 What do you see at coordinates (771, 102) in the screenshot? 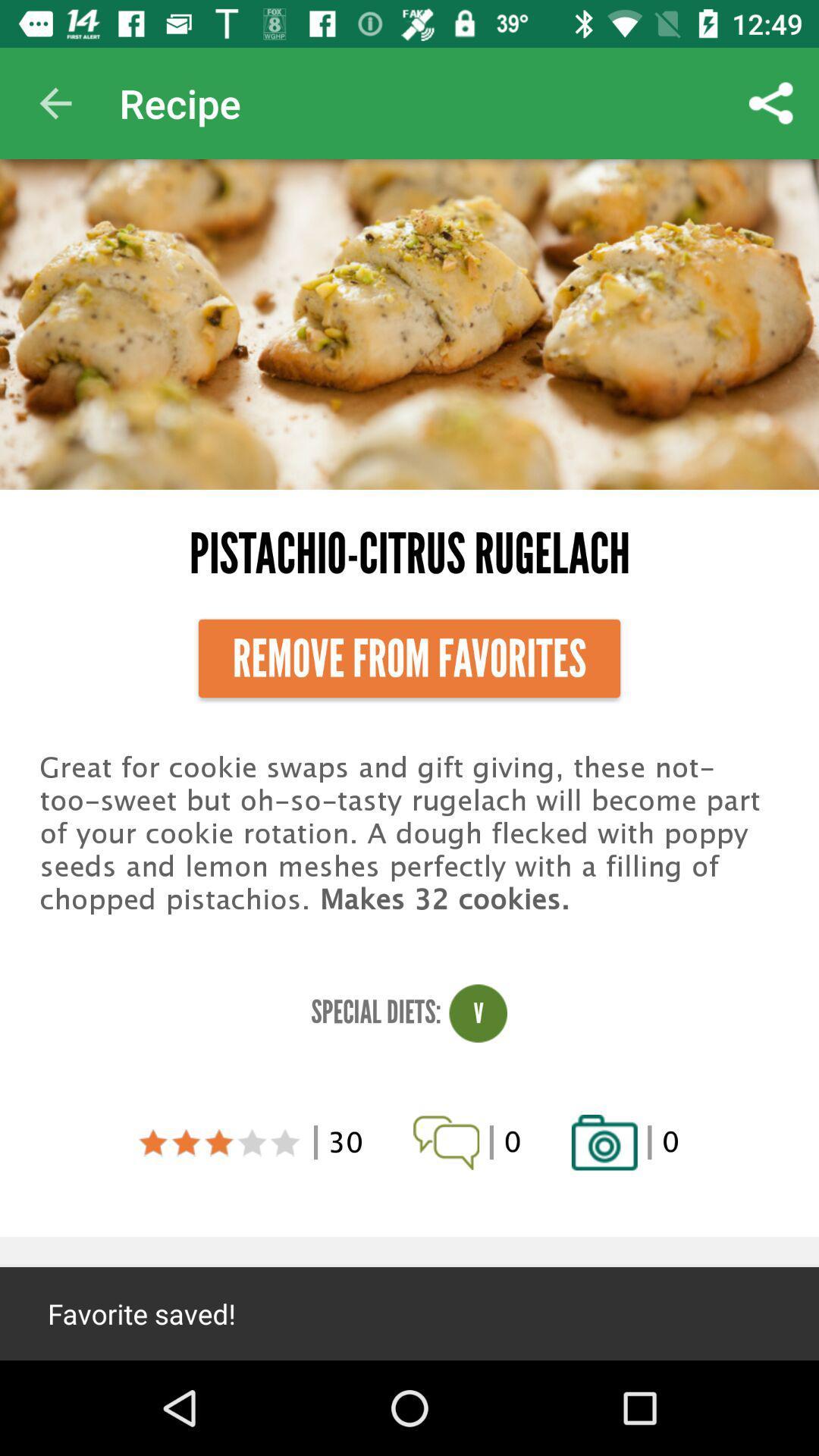
I see `the item next to recipe item` at bounding box center [771, 102].